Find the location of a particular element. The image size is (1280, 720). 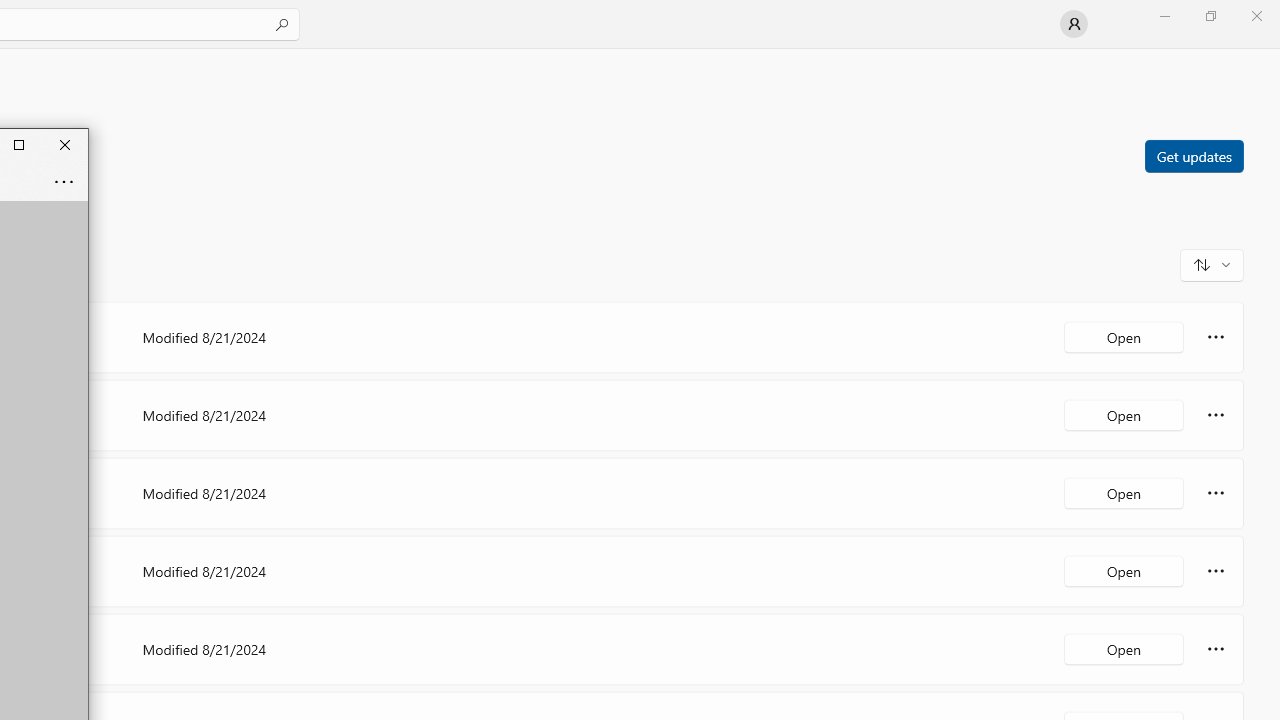

'More options' is located at coordinates (1215, 649).